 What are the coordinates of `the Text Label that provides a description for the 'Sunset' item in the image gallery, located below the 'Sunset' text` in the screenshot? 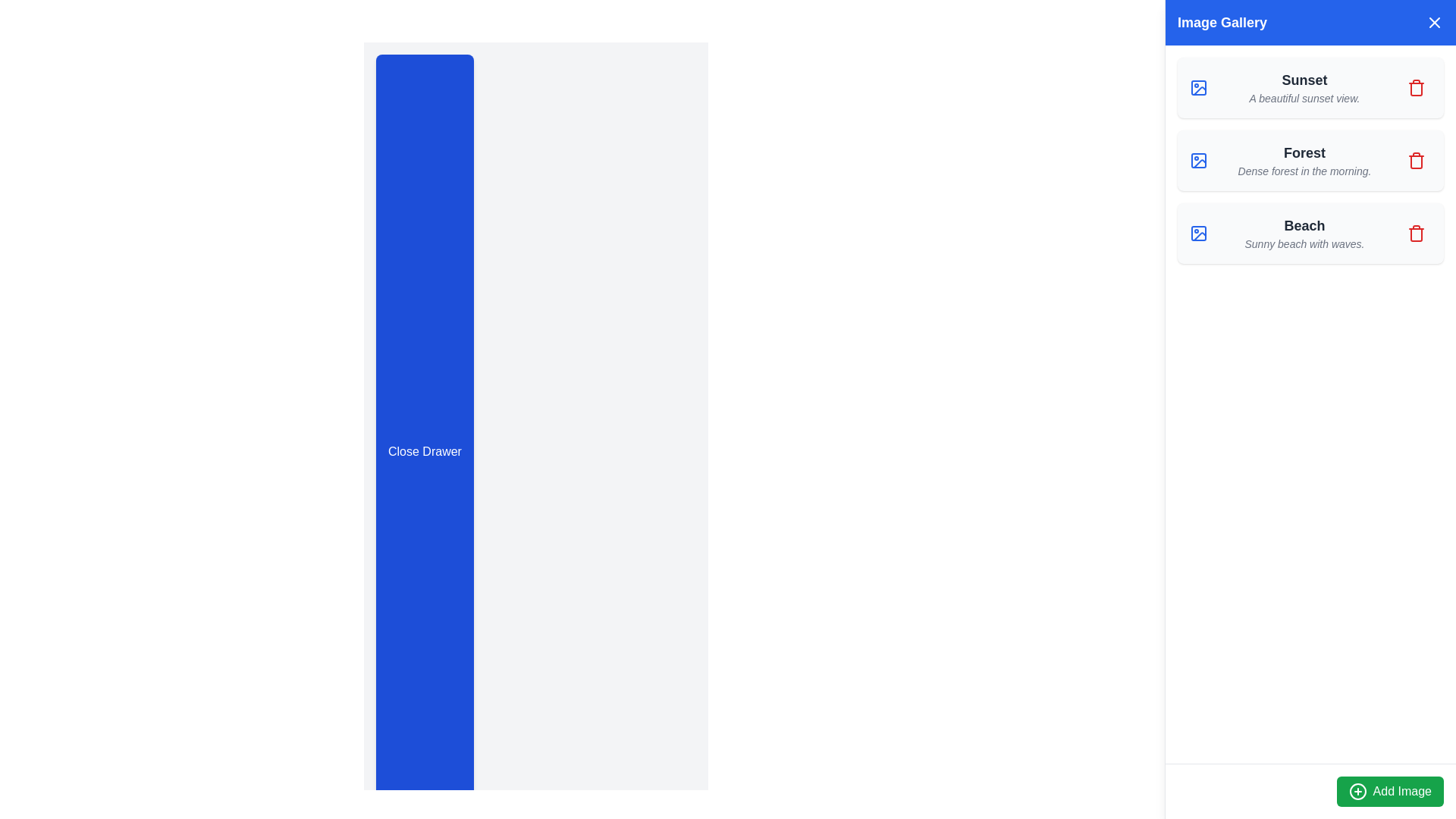 It's located at (1304, 99).